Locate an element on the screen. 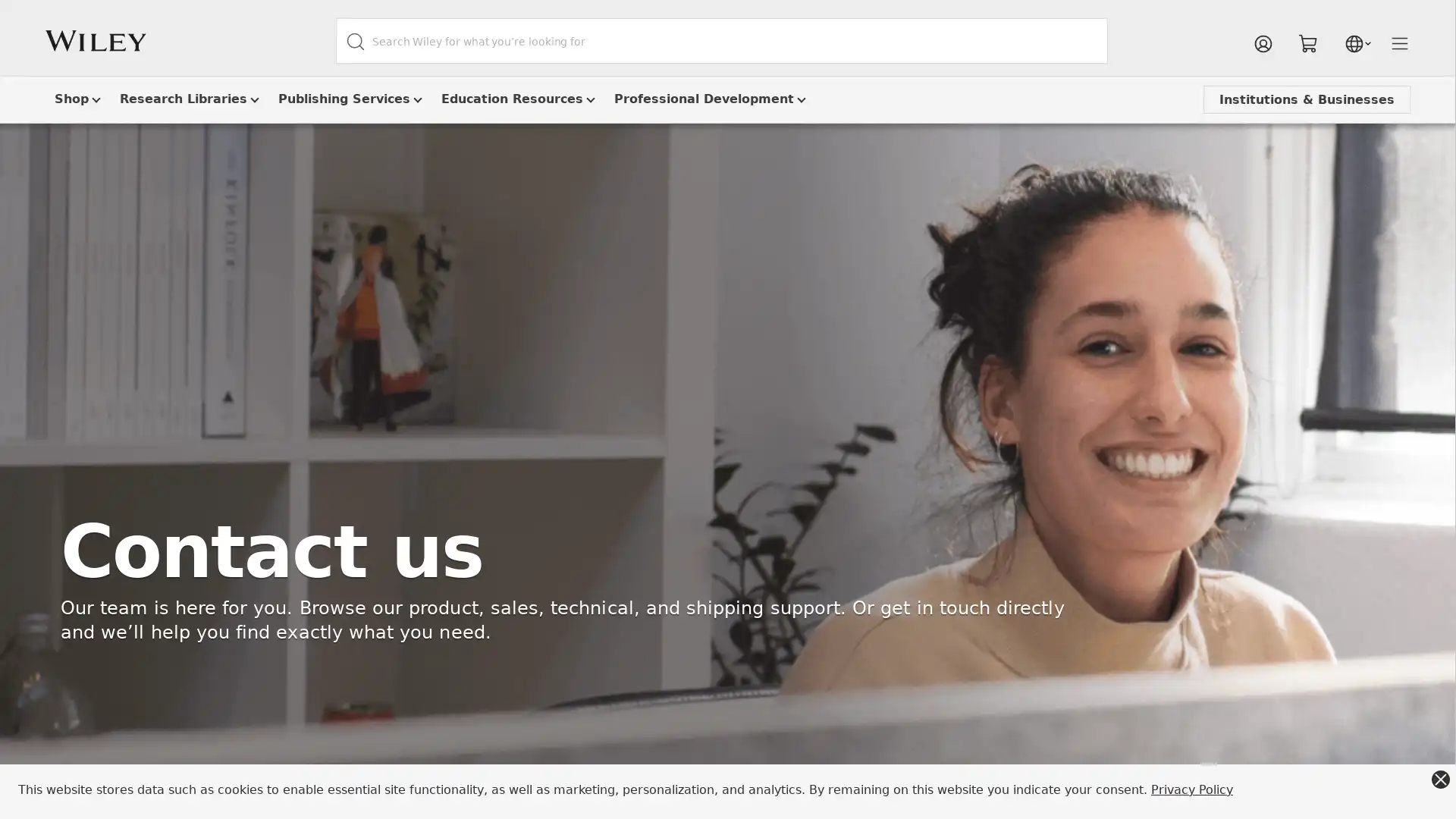 This screenshot has width=1456, height=819. Research Libraries is located at coordinates (187, 99).